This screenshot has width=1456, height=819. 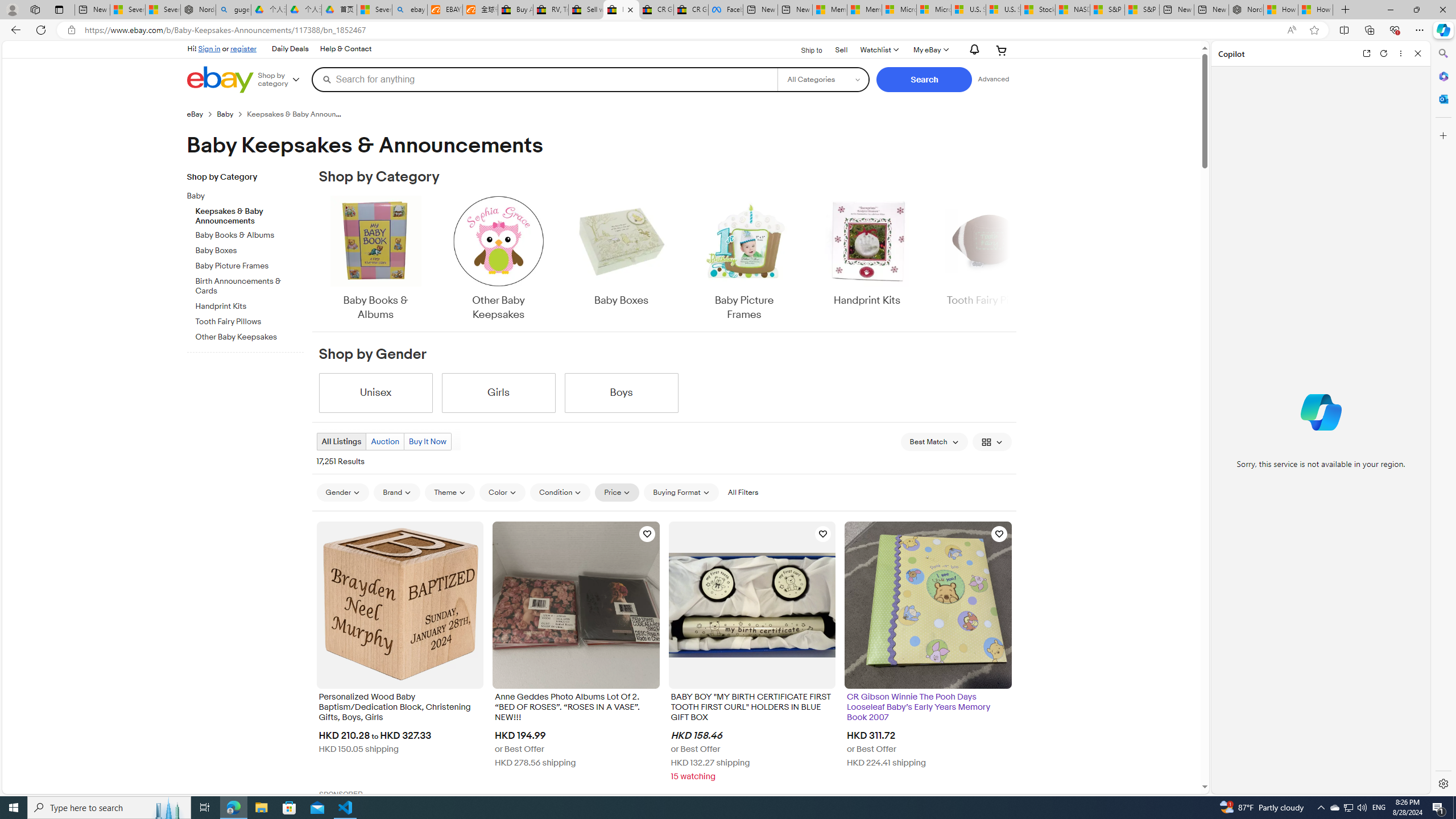 What do you see at coordinates (1141, 9) in the screenshot?
I see `'S&P 500, Nasdaq end lower, weighed by Nvidia dip | Watch'` at bounding box center [1141, 9].